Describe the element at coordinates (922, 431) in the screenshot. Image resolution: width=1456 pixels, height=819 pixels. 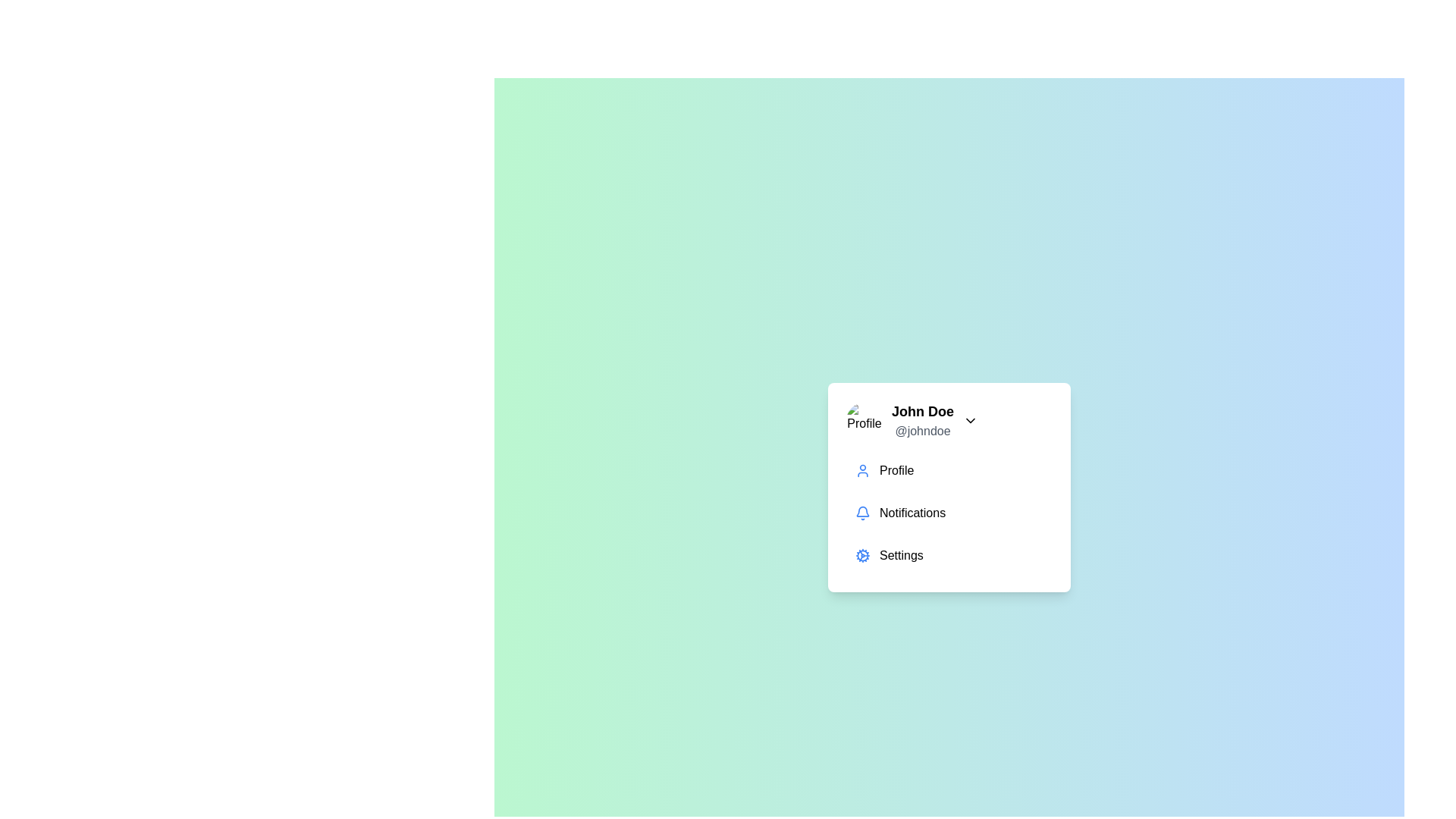
I see `the username text '@johndoe' to trigger an interaction` at that location.